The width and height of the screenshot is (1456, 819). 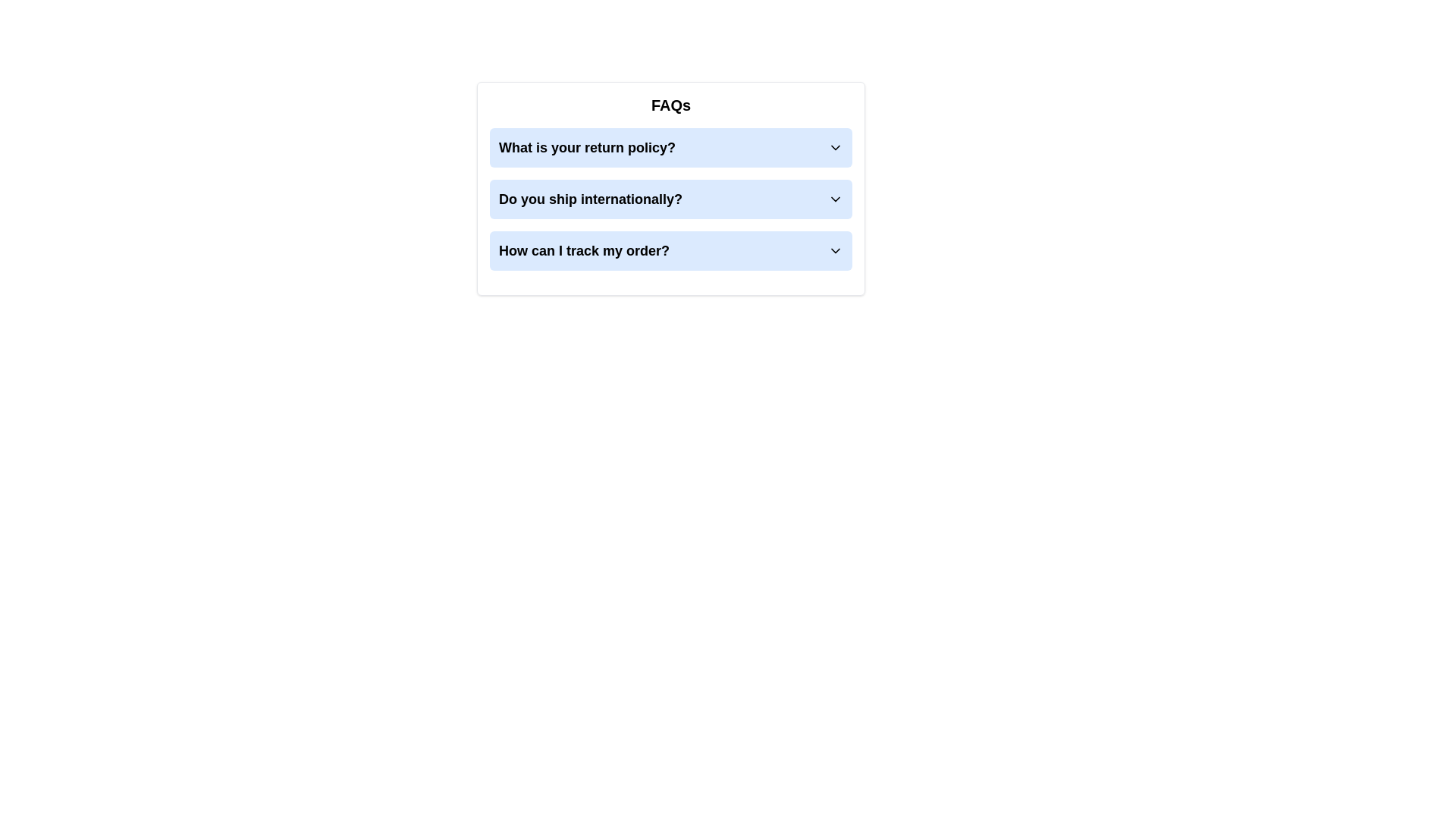 What do you see at coordinates (670, 250) in the screenshot?
I see `the third collapsible FAQ item under the title 'FAQs'` at bounding box center [670, 250].